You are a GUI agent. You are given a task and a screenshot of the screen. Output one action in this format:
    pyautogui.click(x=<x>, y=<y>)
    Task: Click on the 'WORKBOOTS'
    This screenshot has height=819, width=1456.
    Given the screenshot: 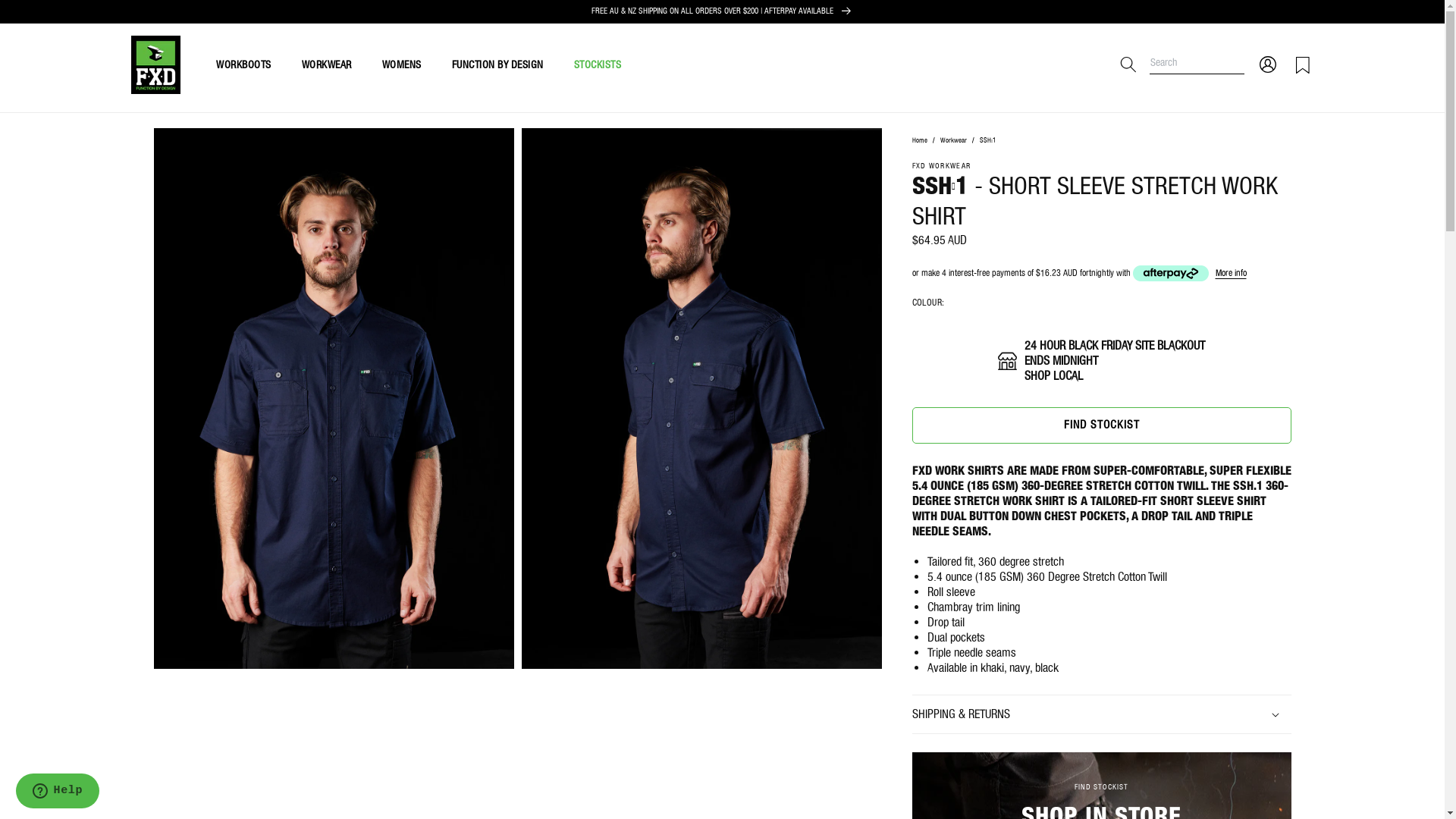 What is the action you would take?
    pyautogui.click(x=243, y=64)
    